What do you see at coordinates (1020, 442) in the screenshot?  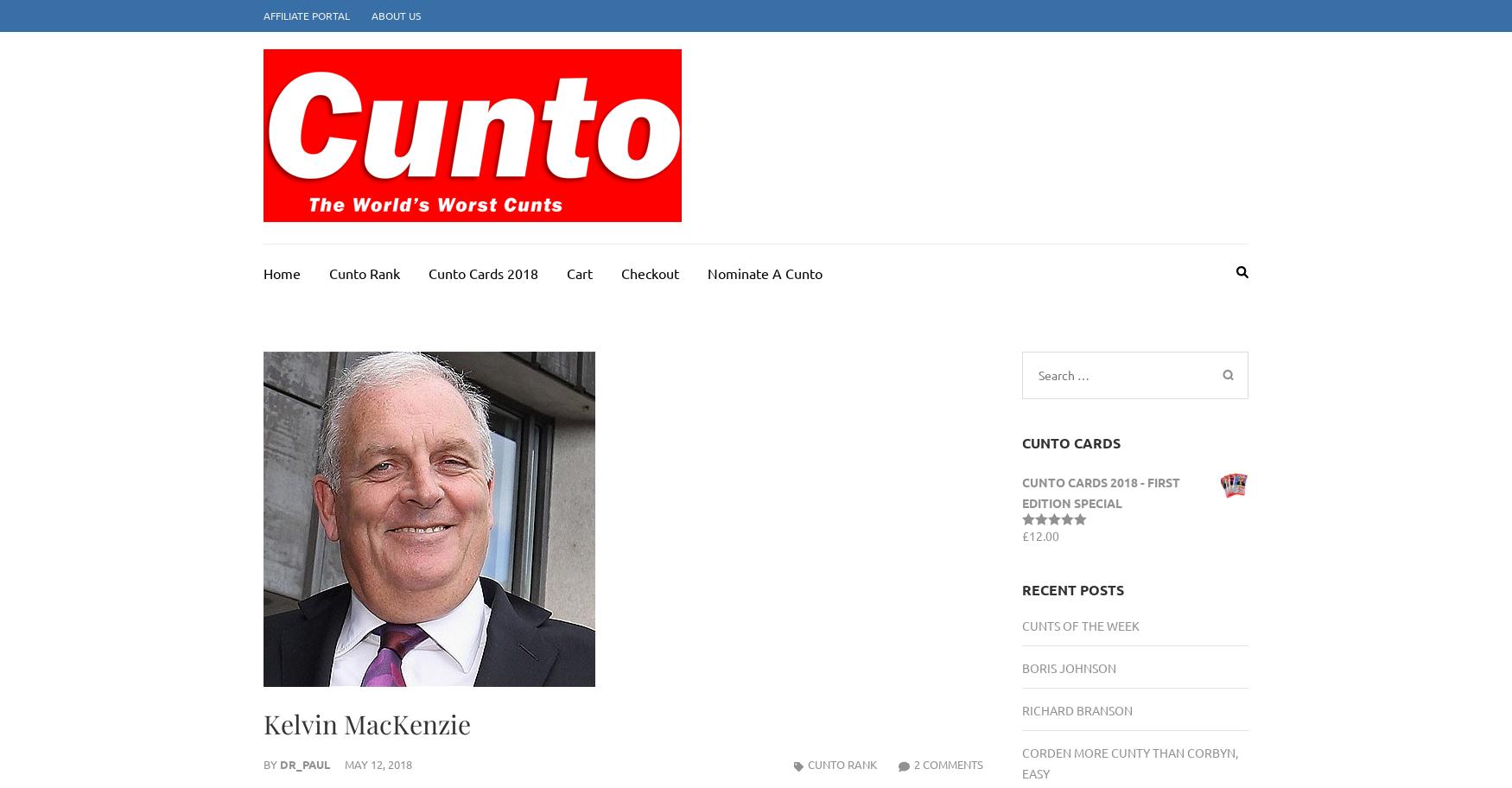 I see `'Cunto Cards'` at bounding box center [1020, 442].